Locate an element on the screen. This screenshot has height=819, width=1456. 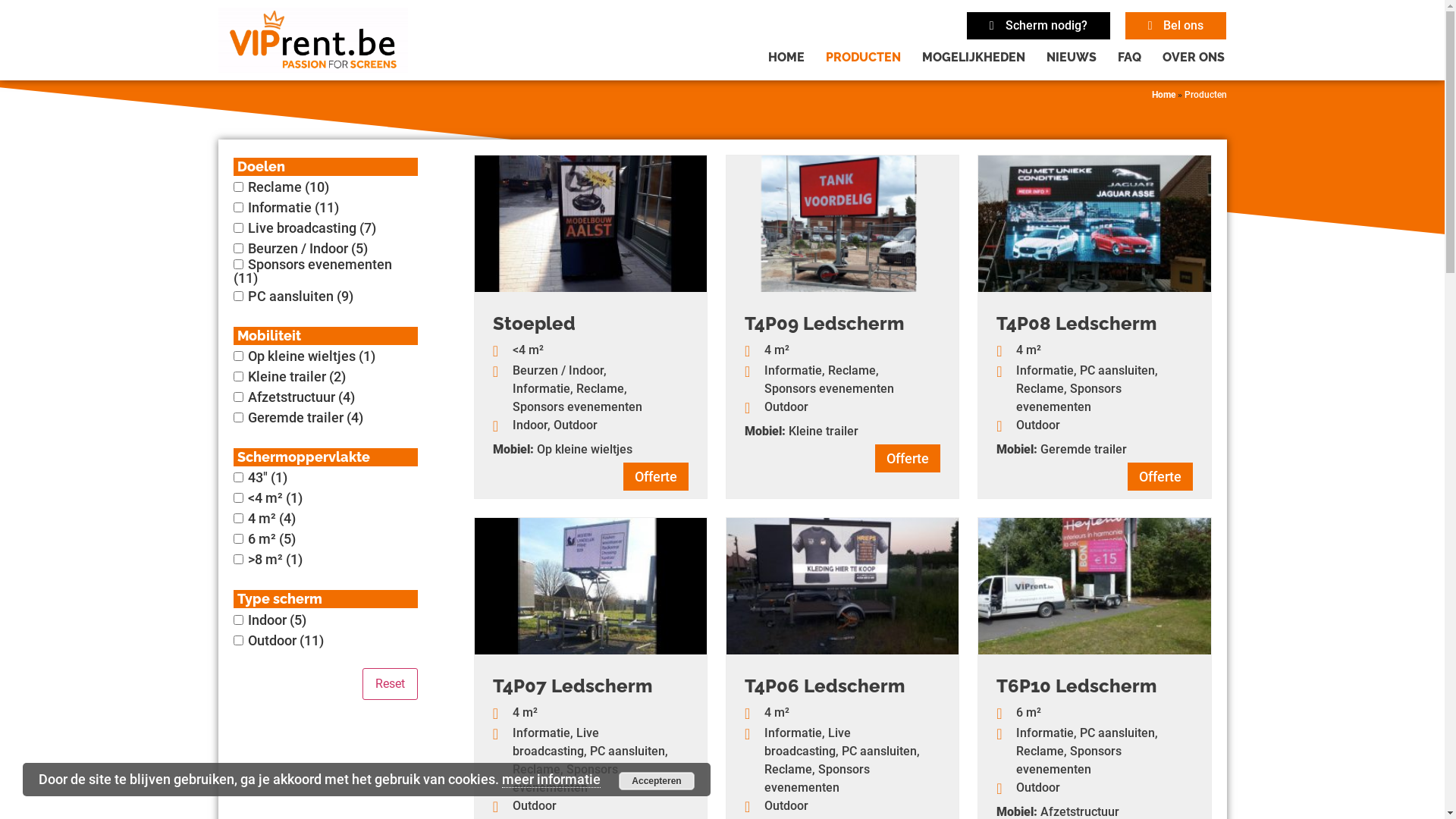
'Scherm nodig?' is located at coordinates (1037, 26).